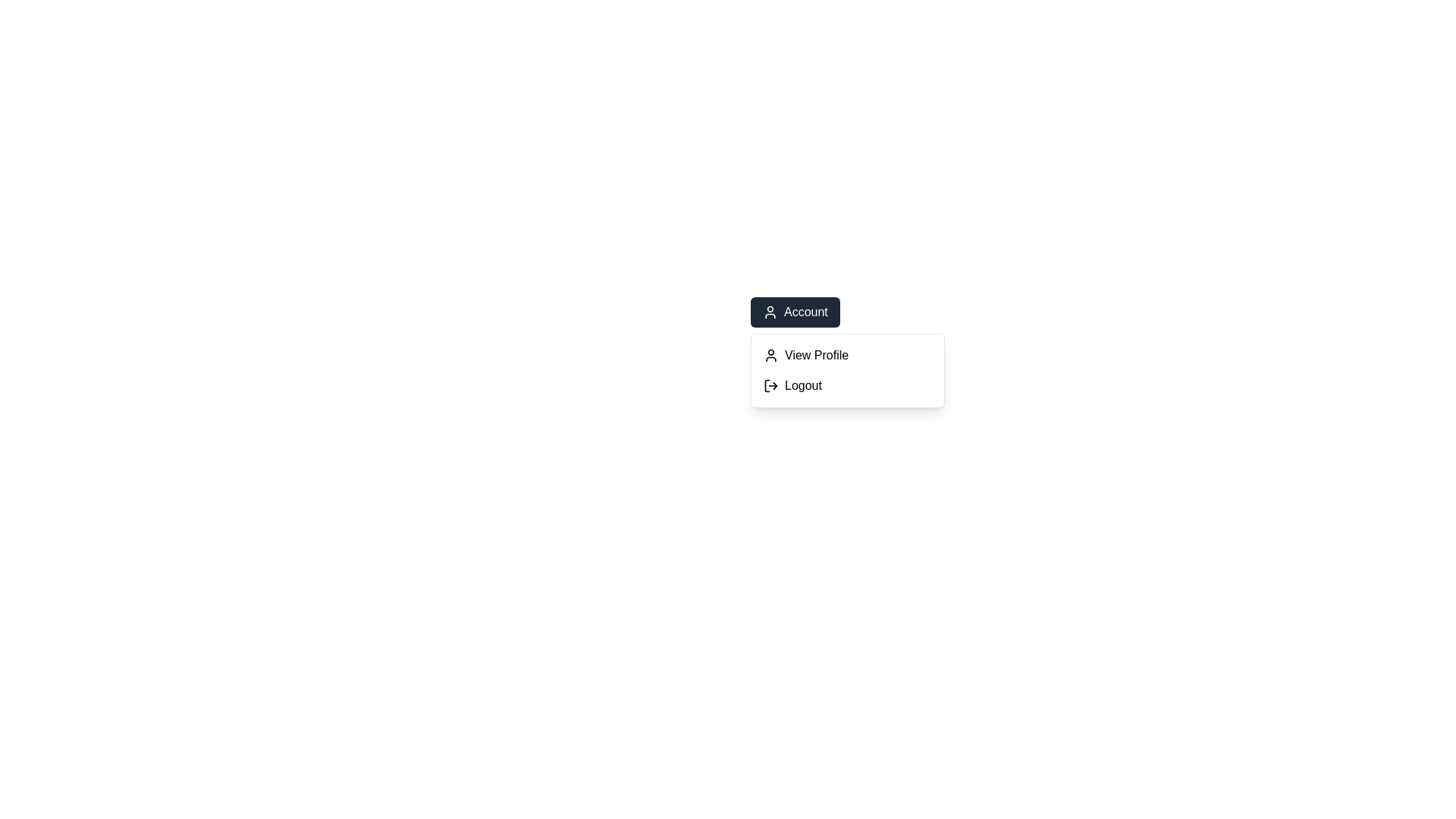  I want to click on the Navigation button labeled 'Account', so click(847, 312).